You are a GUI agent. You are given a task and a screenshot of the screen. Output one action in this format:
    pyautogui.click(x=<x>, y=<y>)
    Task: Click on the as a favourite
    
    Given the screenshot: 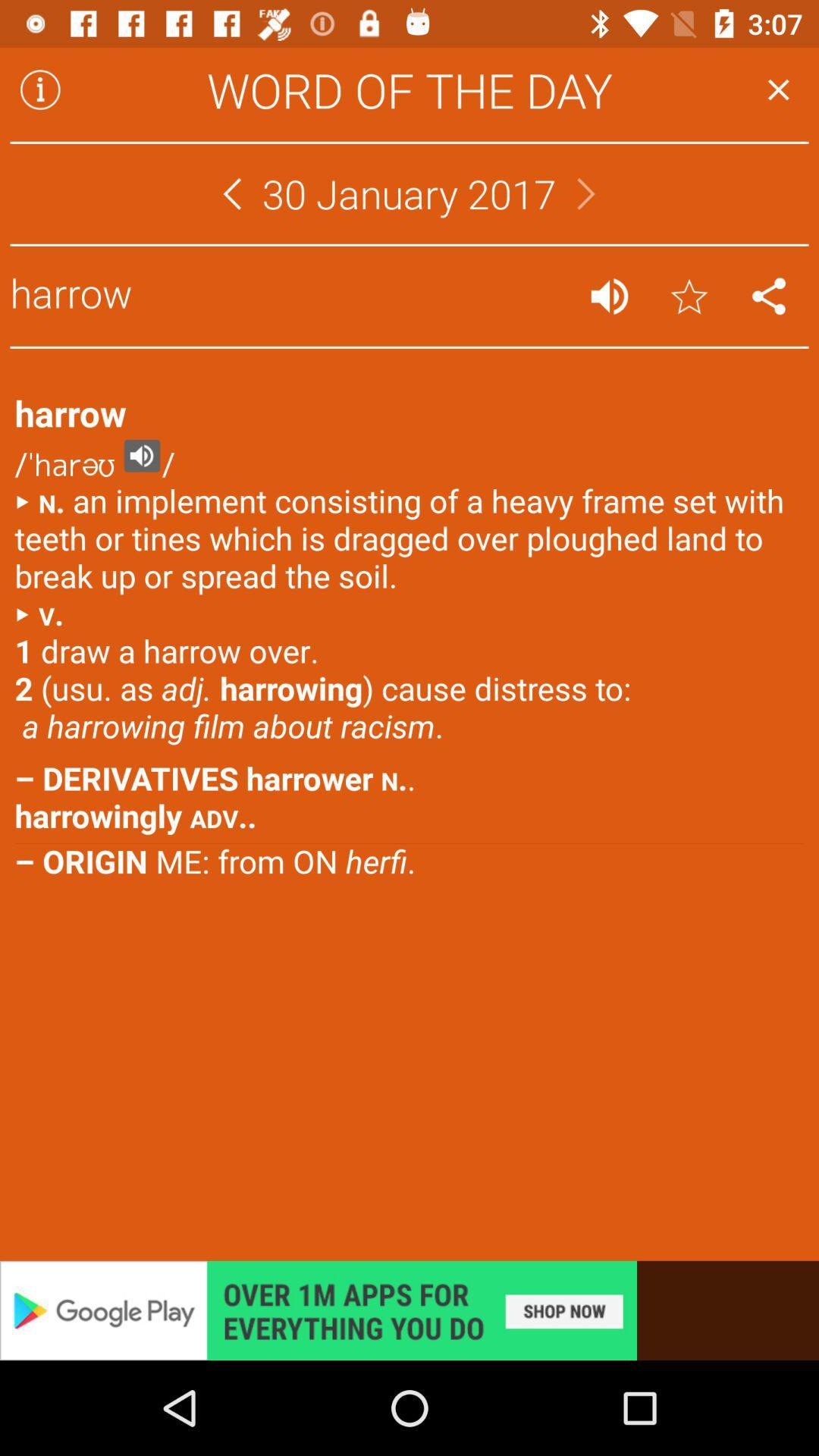 What is the action you would take?
    pyautogui.click(x=689, y=296)
    